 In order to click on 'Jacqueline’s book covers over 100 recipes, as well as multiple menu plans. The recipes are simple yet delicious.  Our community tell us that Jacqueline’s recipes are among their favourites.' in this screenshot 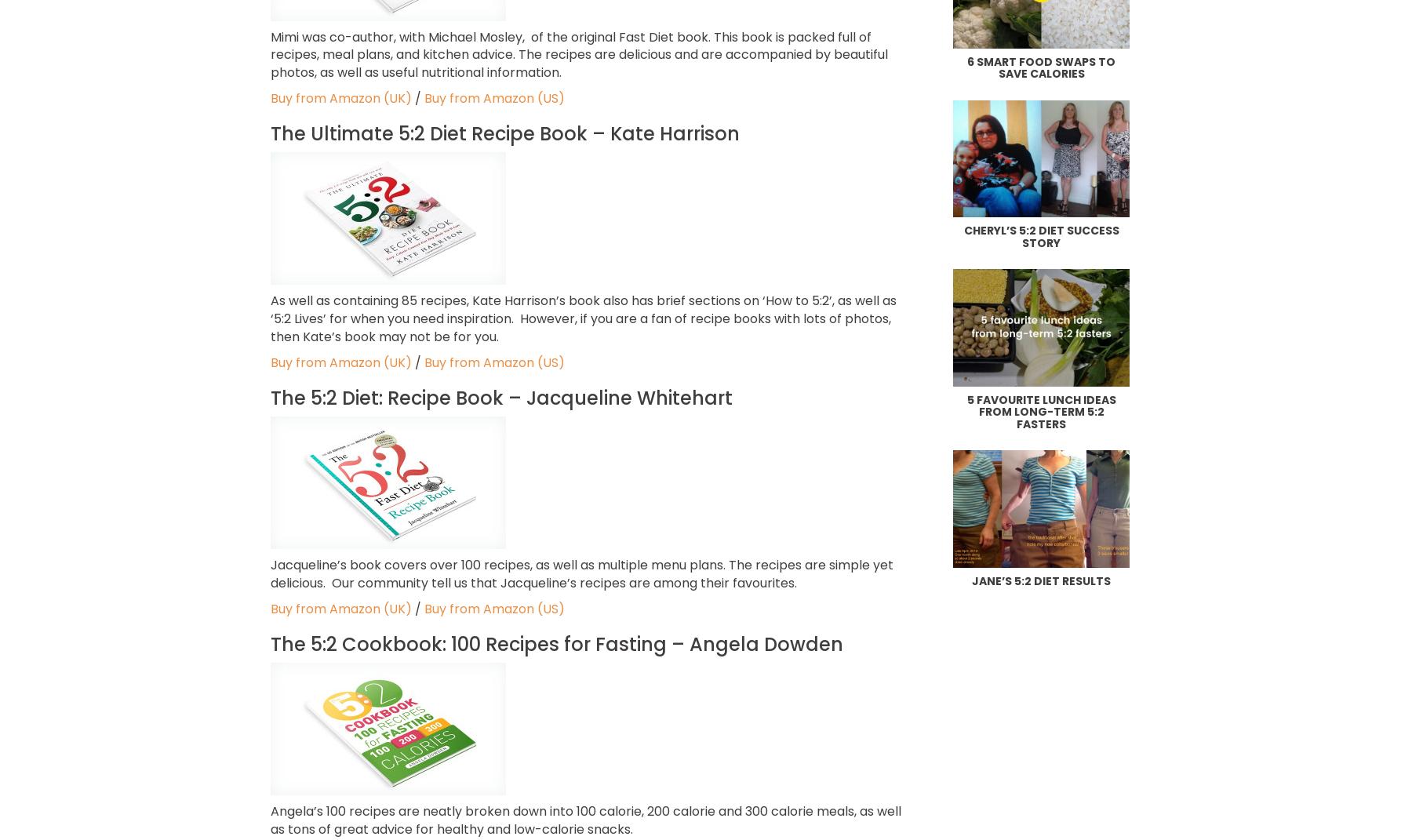, I will do `click(580, 573)`.